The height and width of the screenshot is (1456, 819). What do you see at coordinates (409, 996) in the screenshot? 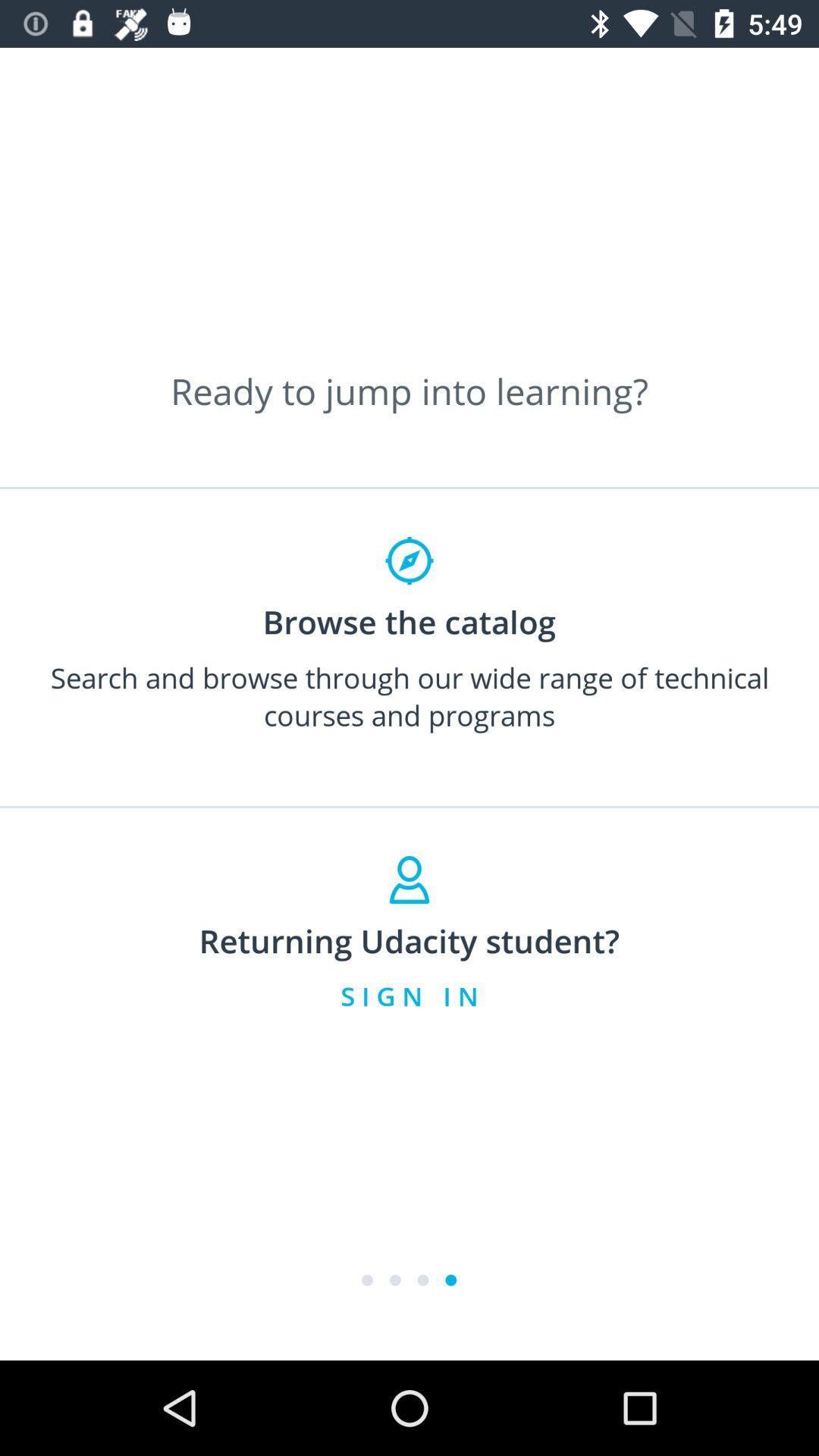
I see `sign in` at bounding box center [409, 996].